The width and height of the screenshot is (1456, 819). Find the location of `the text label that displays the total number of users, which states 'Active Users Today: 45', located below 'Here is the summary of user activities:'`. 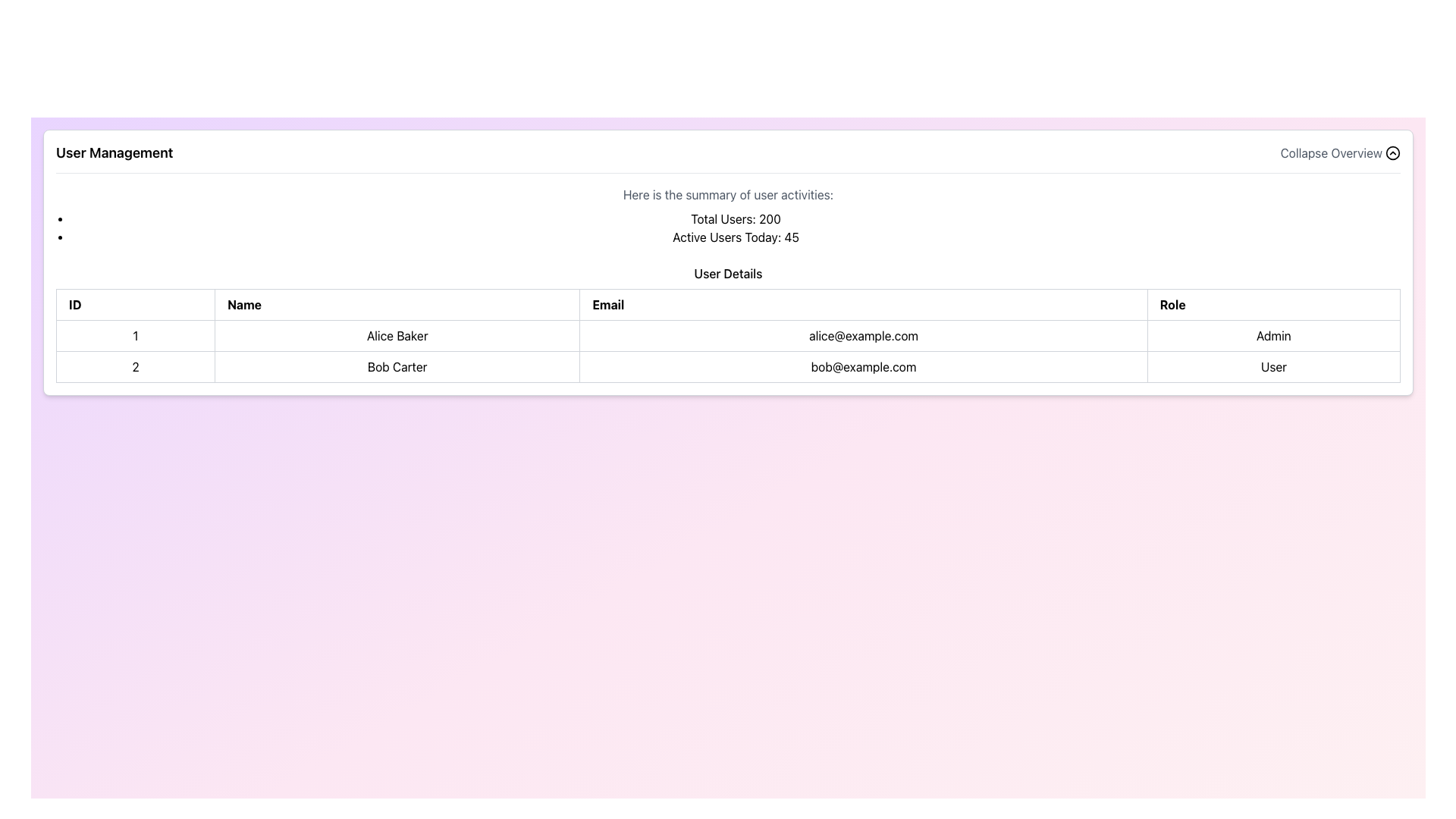

the text label that displays the total number of users, which states 'Active Users Today: 45', located below 'Here is the summary of user activities:' is located at coordinates (736, 219).